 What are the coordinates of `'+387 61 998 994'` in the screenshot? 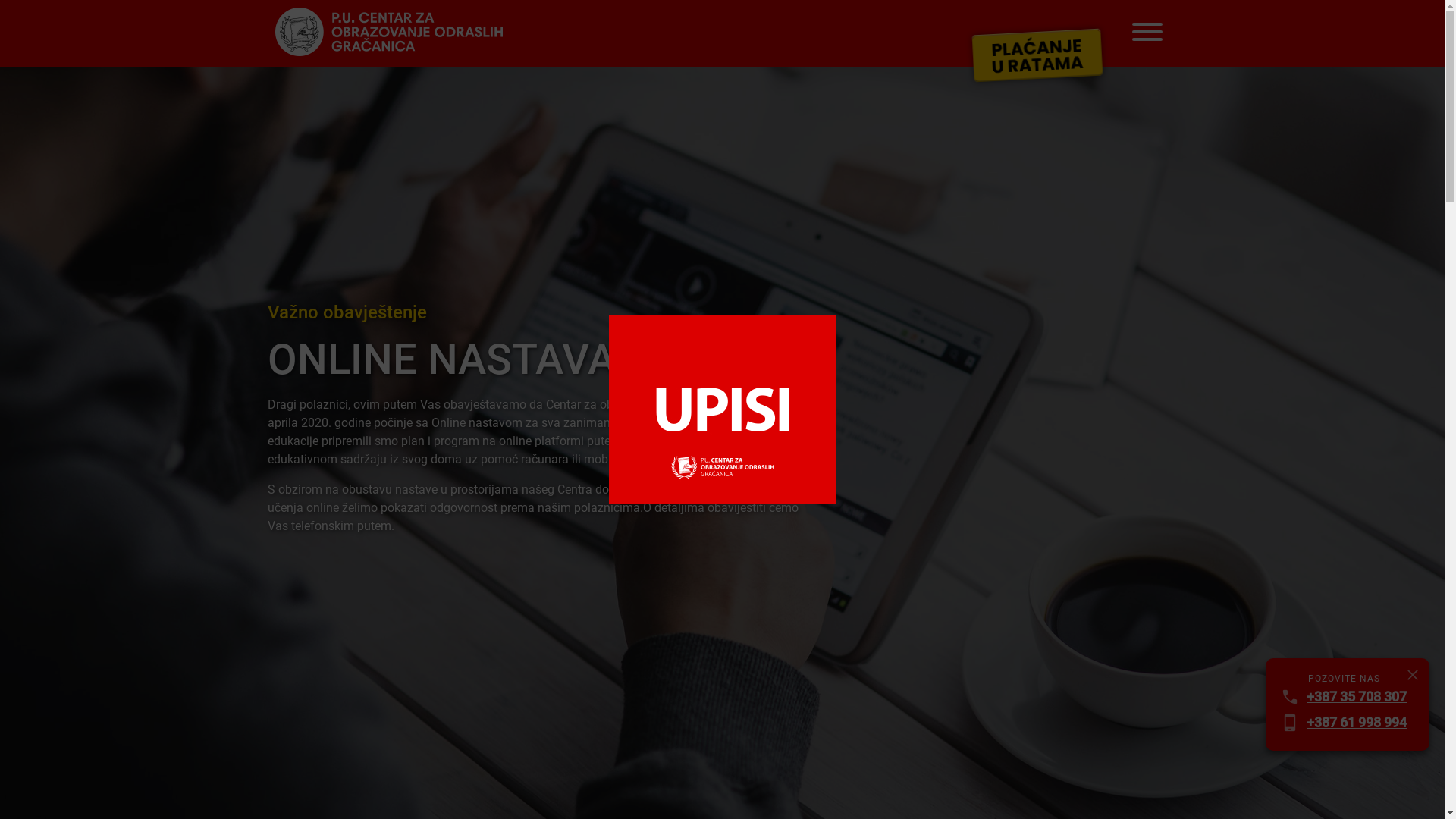 It's located at (1357, 721).